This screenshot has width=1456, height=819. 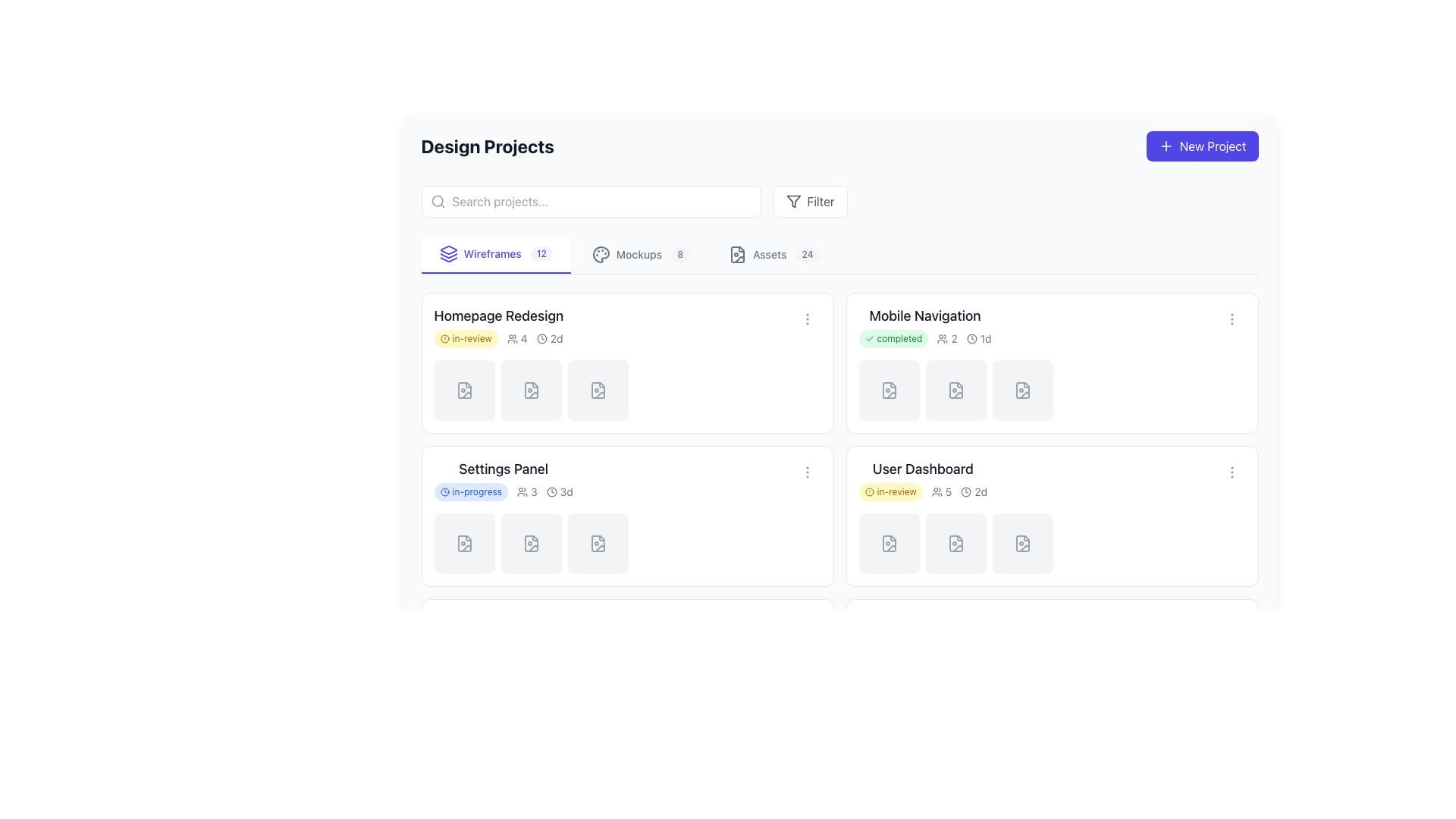 What do you see at coordinates (597, 390) in the screenshot?
I see `the file or document icon located in the upper left quadrant of the interface within the 'Homepage Redesign' card` at bounding box center [597, 390].